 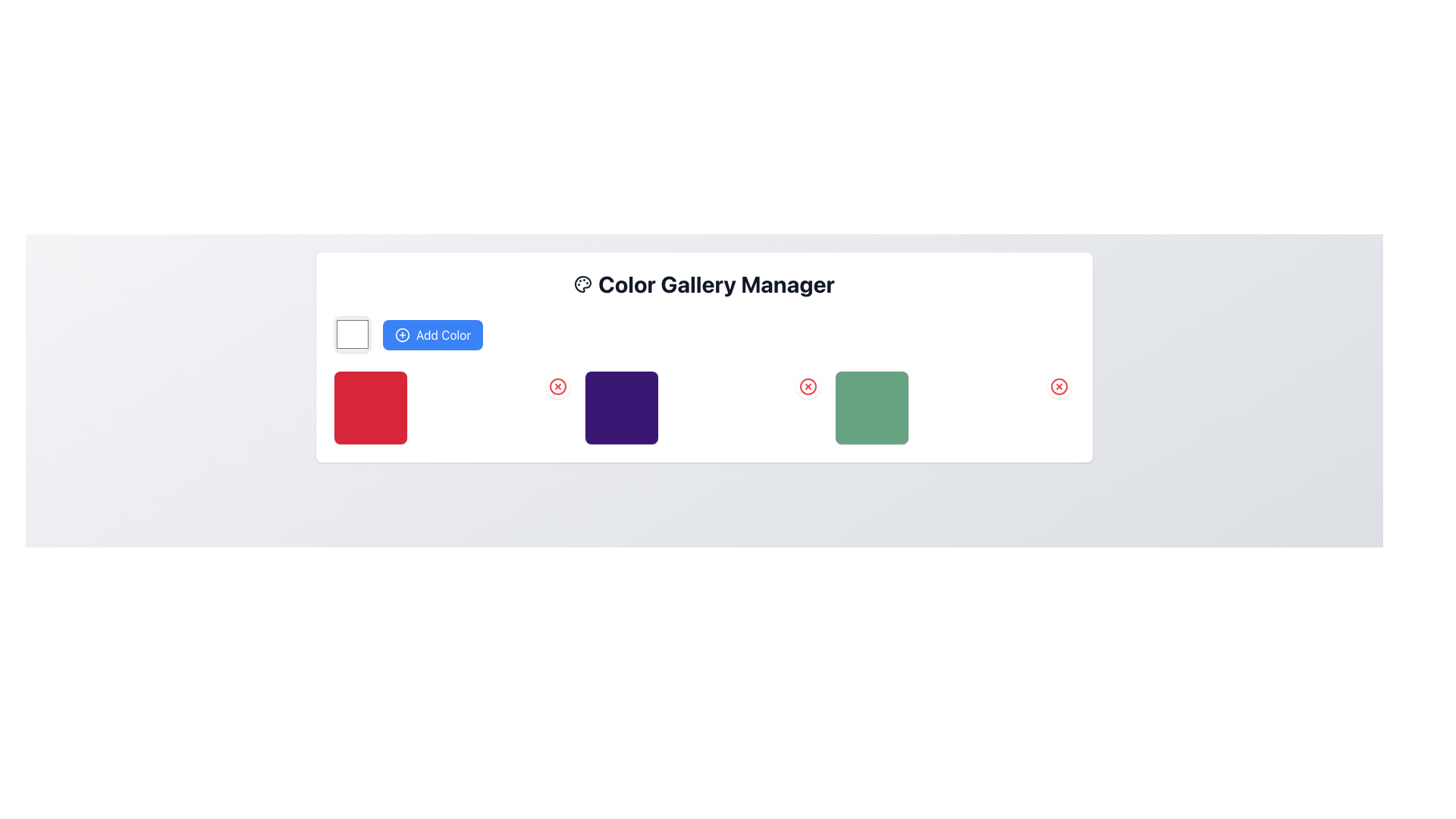 I want to click on the color palette icon located to the left of the 'Color Gallery Manager' label, so click(x=582, y=284).